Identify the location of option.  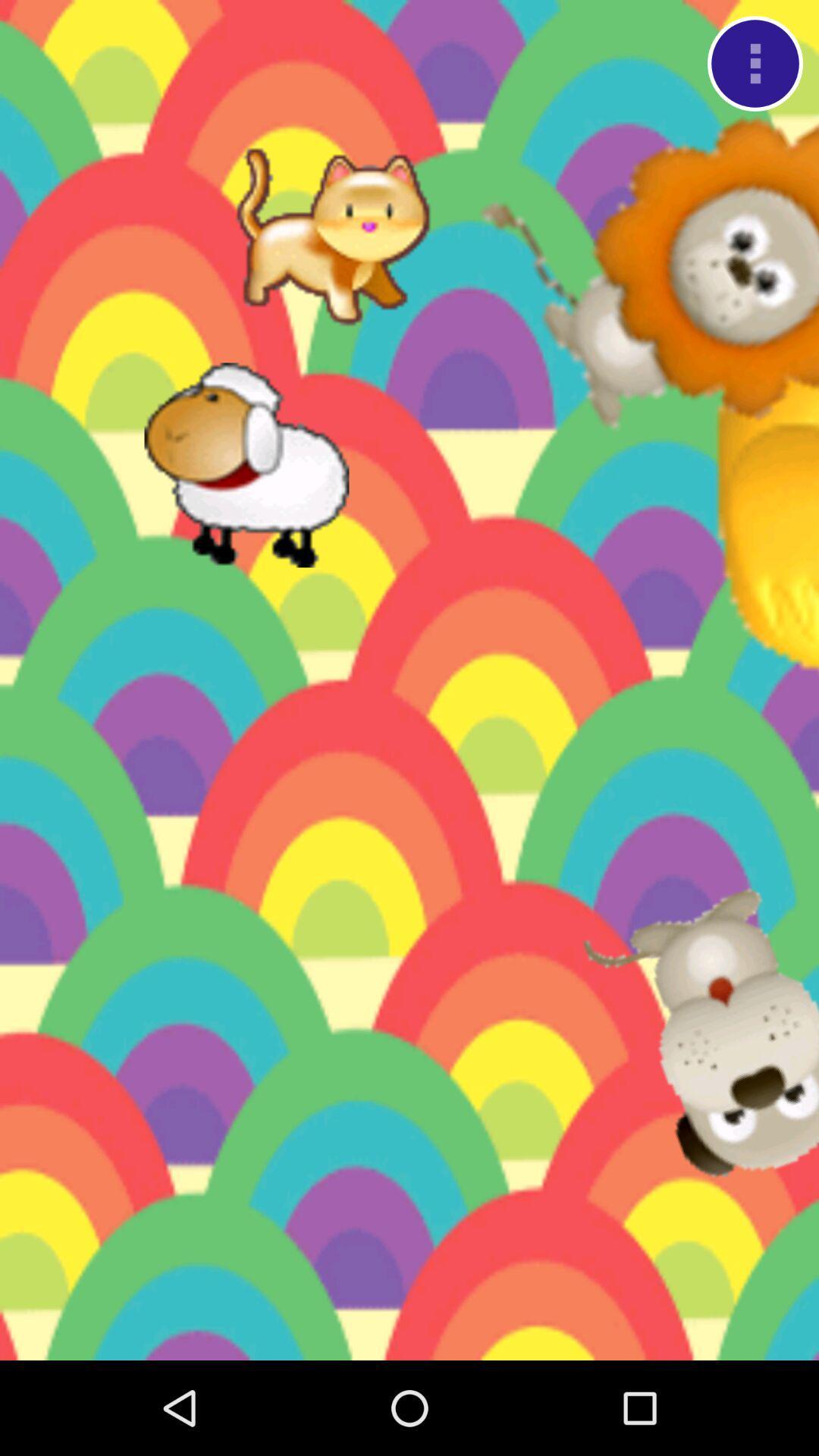
(755, 63).